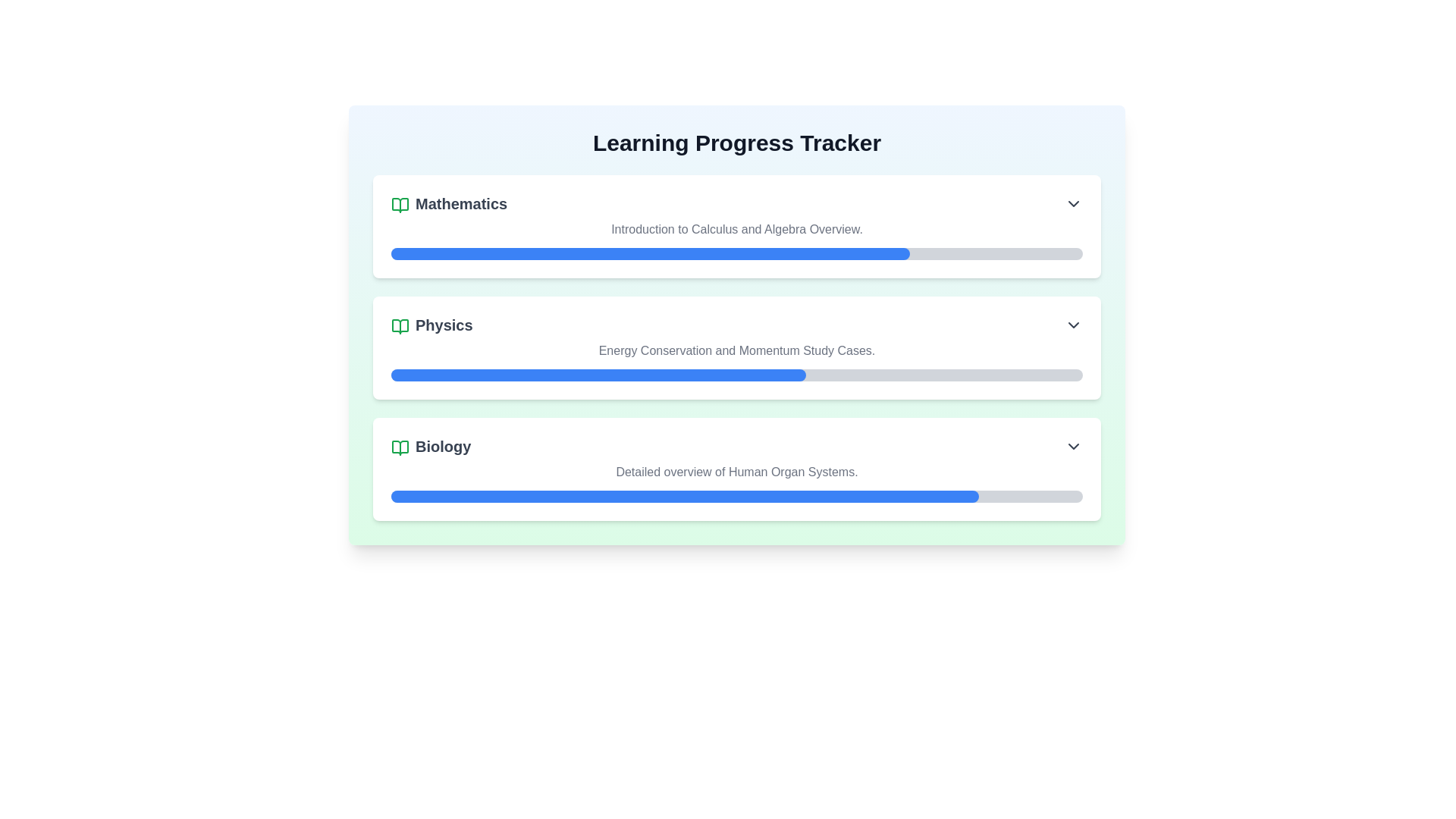  What do you see at coordinates (684, 497) in the screenshot?
I see `the filled portion of the horizontal progress bar located under the 'Biology' section of the application, which is filled with a solid blue color and has rounded ends` at bounding box center [684, 497].